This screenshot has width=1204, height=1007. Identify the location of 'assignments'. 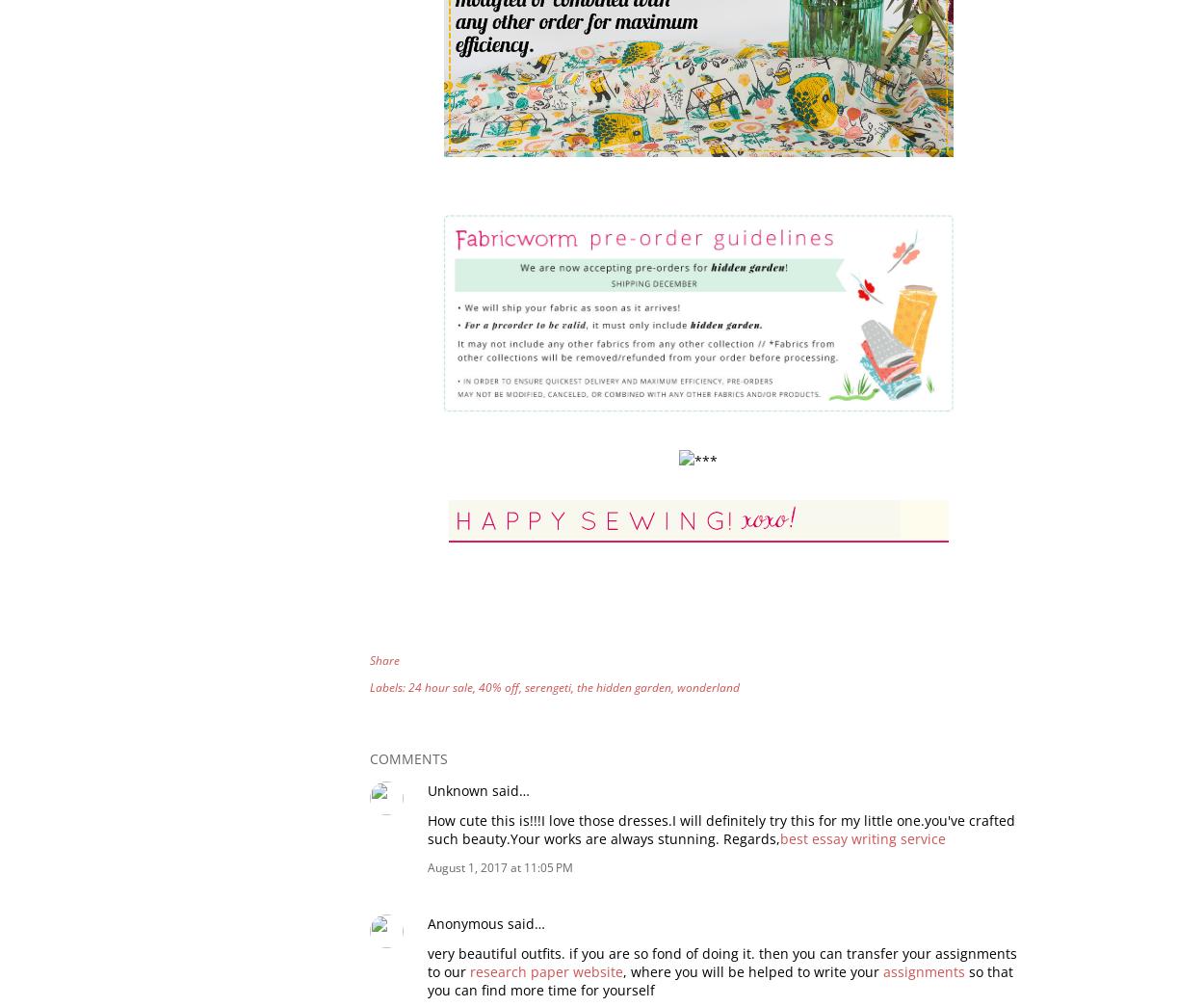
(923, 970).